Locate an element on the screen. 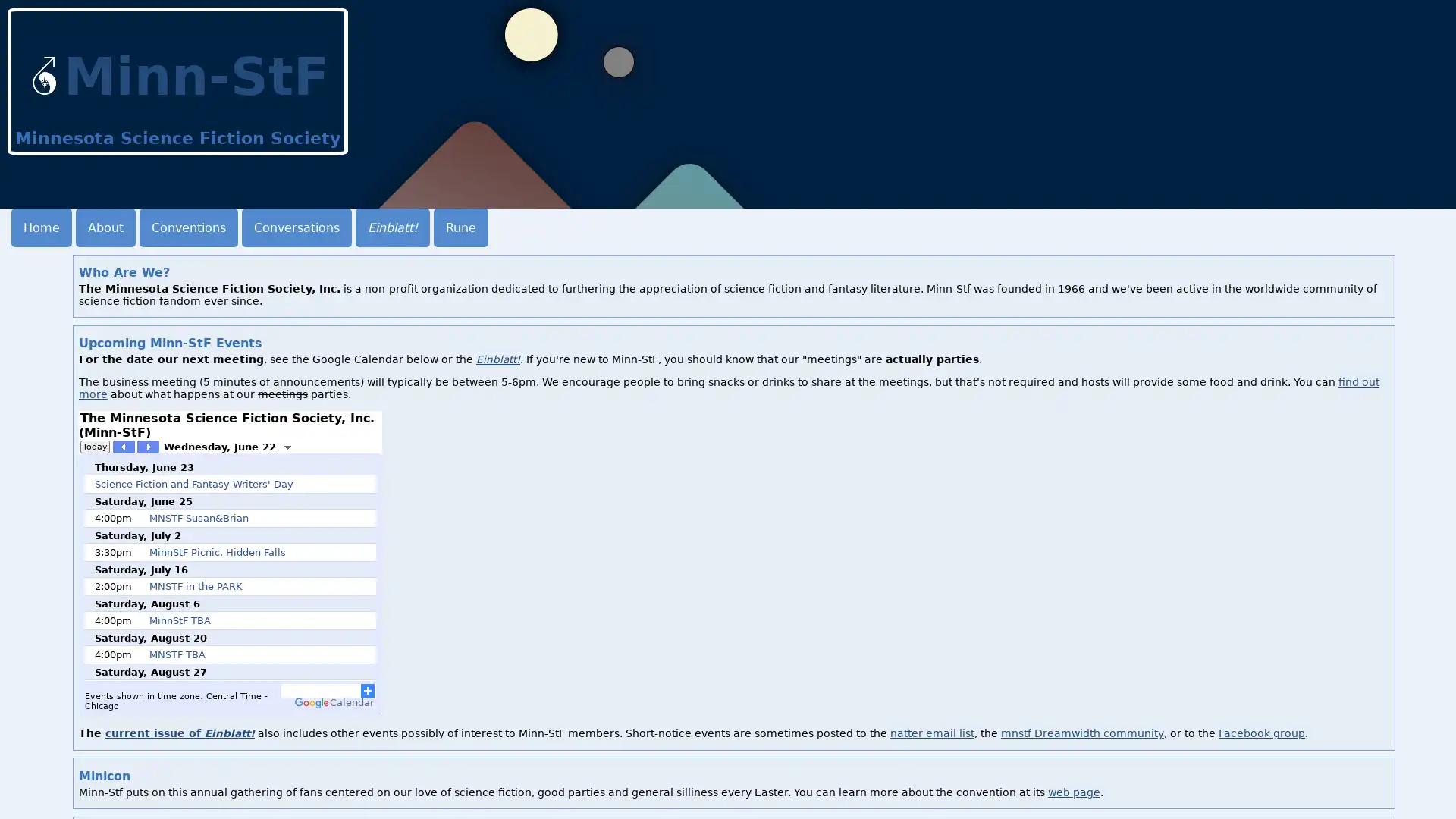 The image size is (1456, 819). Conversations is located at coordinates (297, 227).